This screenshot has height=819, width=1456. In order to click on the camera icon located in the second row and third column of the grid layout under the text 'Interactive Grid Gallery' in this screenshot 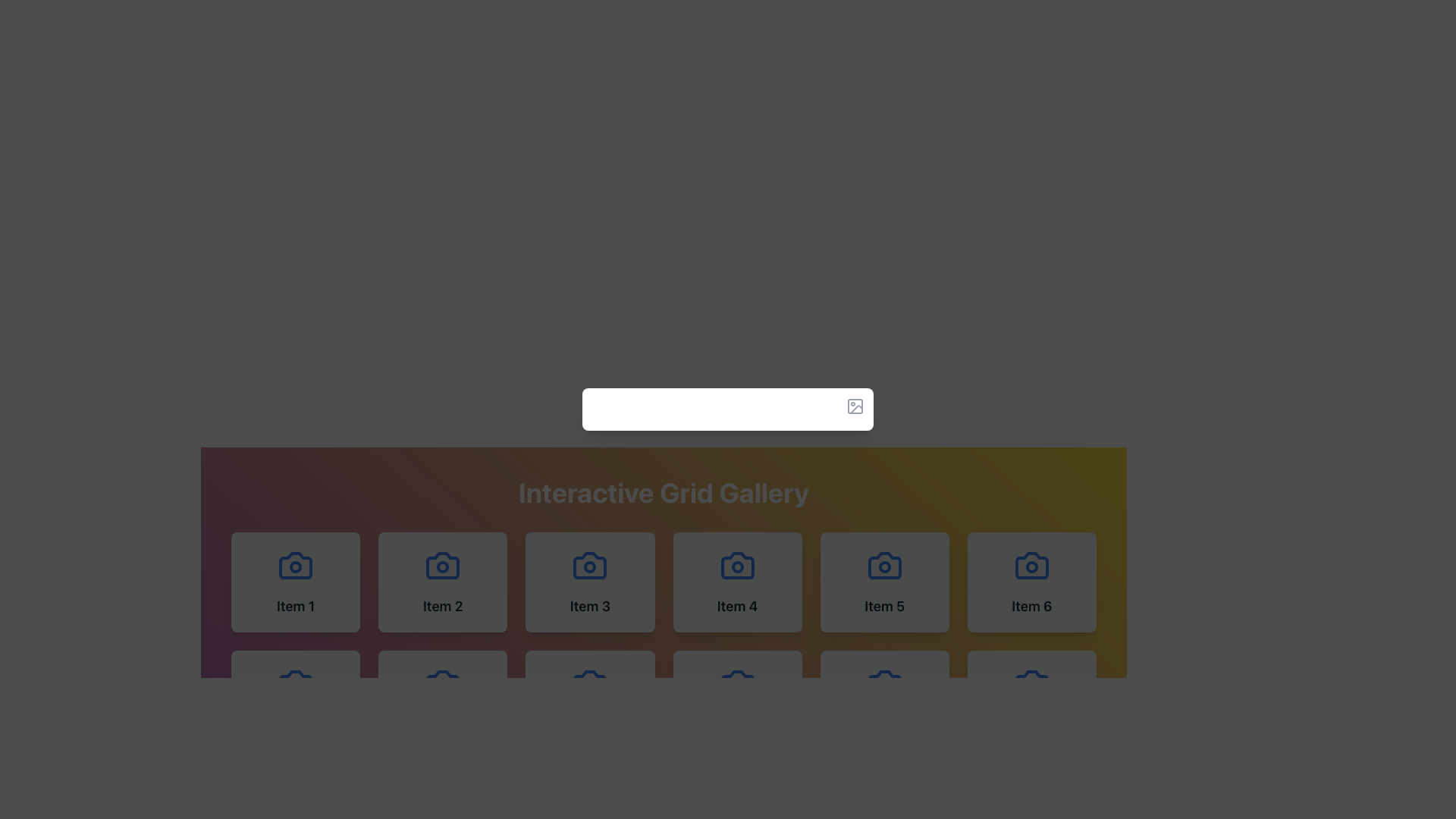, I will do `click(1031, 565)`.